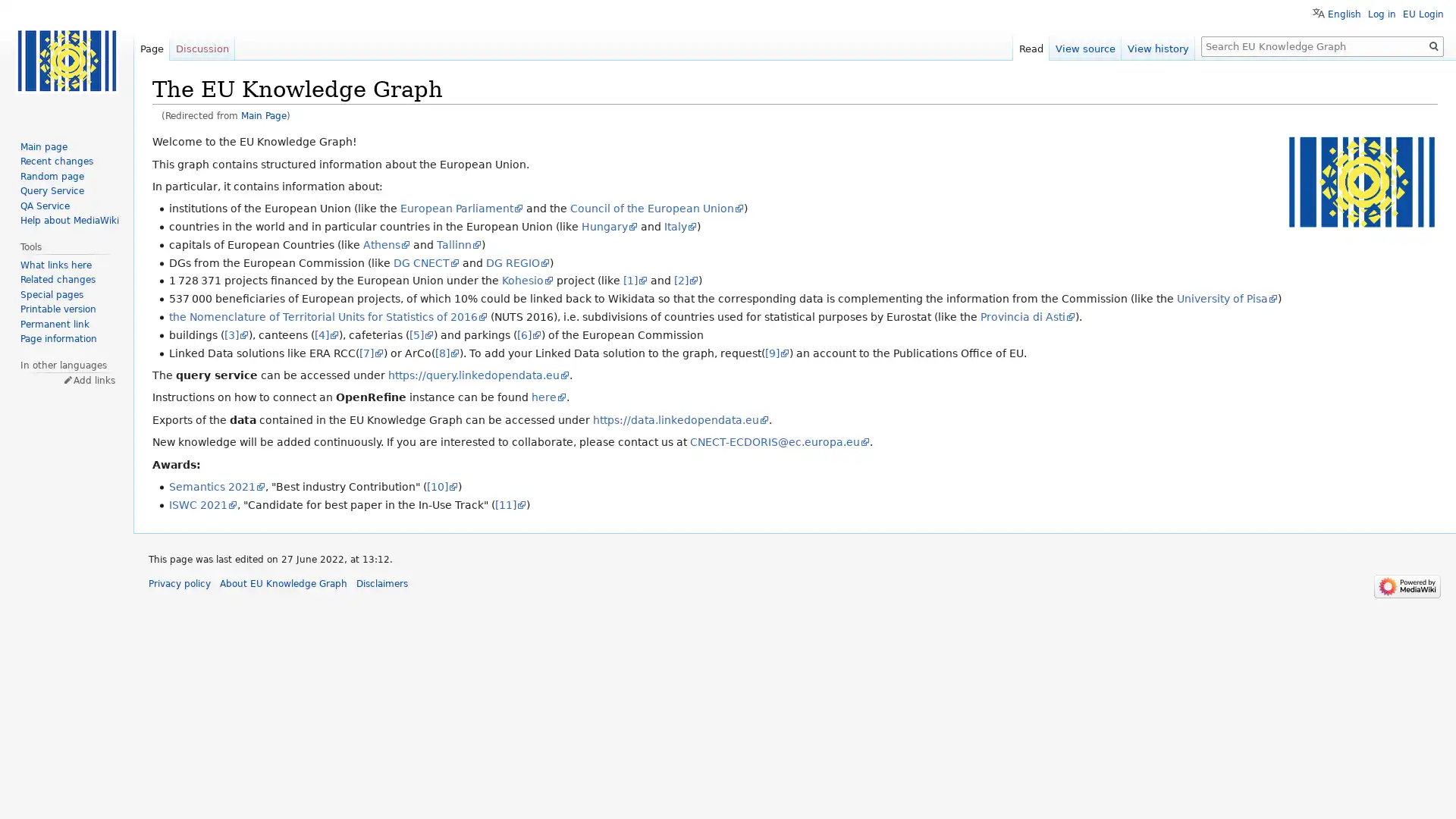  What do you see at coordinates (1433, 45) in the screenshot?
I see `Search` at bounding box center [1433, 45].